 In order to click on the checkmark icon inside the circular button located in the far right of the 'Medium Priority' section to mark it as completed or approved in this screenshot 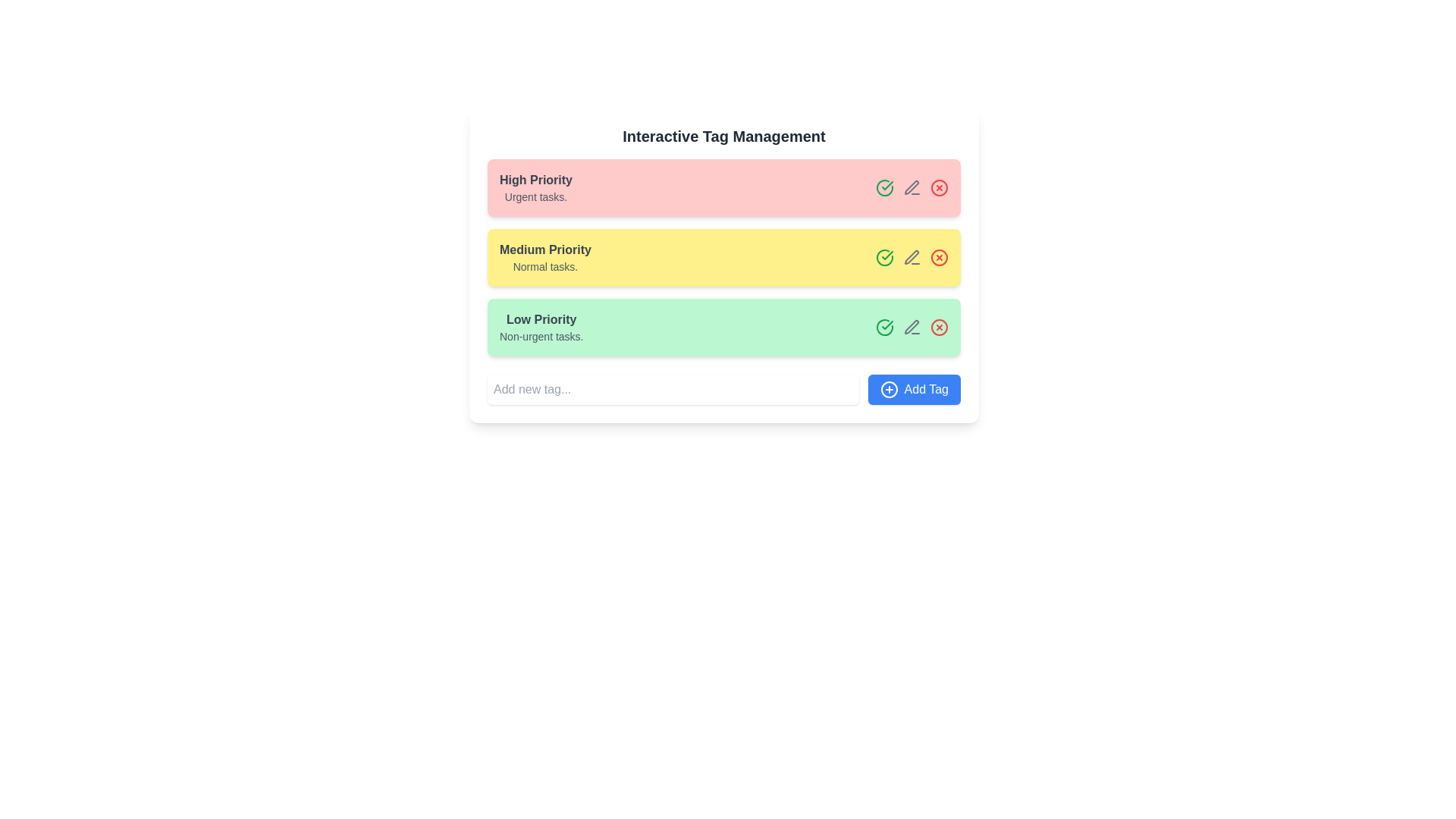, I will do `click(884, 187)`.